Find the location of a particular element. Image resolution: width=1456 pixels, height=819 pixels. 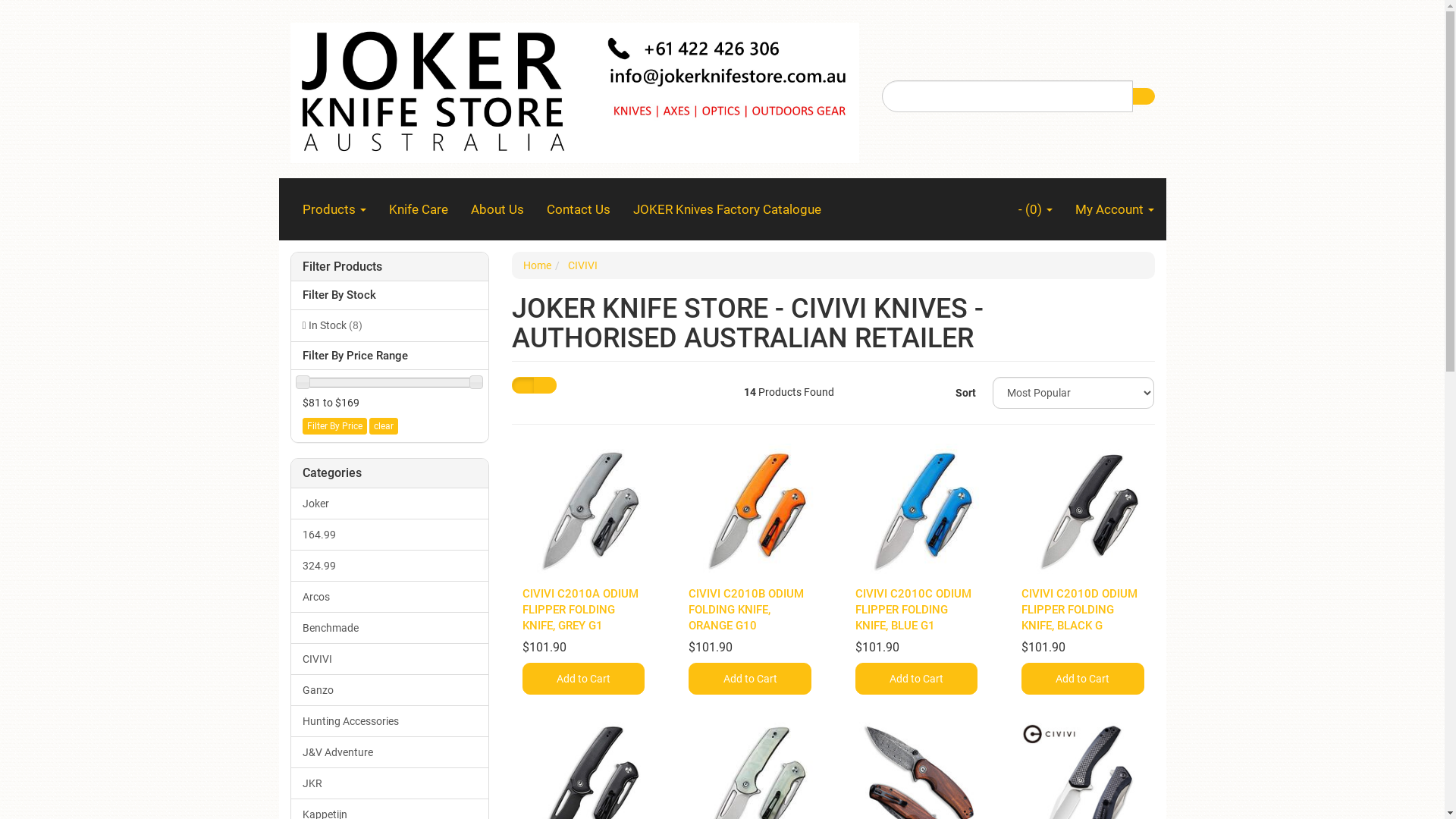

'Contact Us' is located at coordinates (578, 209).